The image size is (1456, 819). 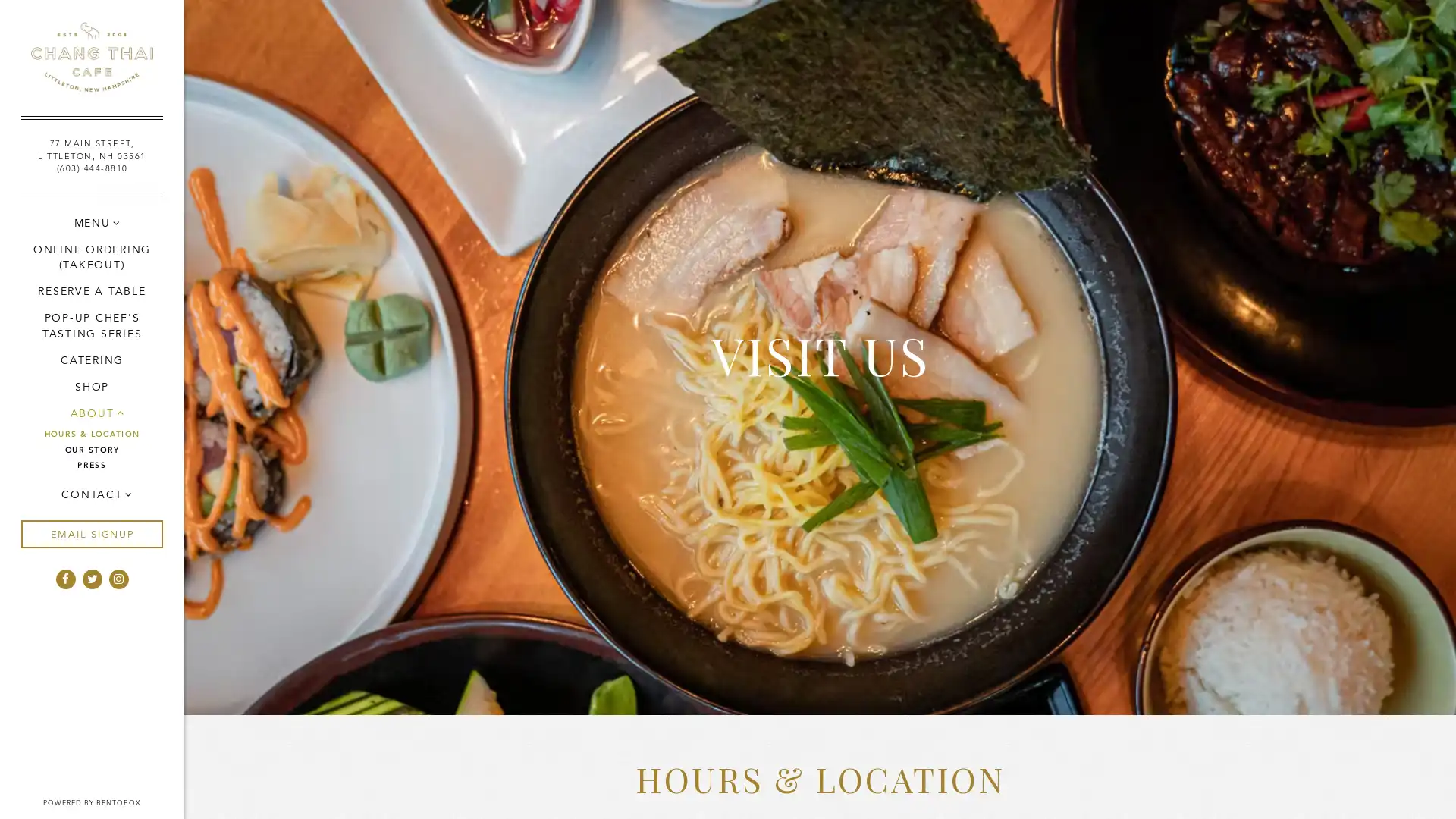 What do you see at coordinates (90, 533) in the screenshot?
I see `EMAIL SIGNUP` at bounding box center [90, 533].